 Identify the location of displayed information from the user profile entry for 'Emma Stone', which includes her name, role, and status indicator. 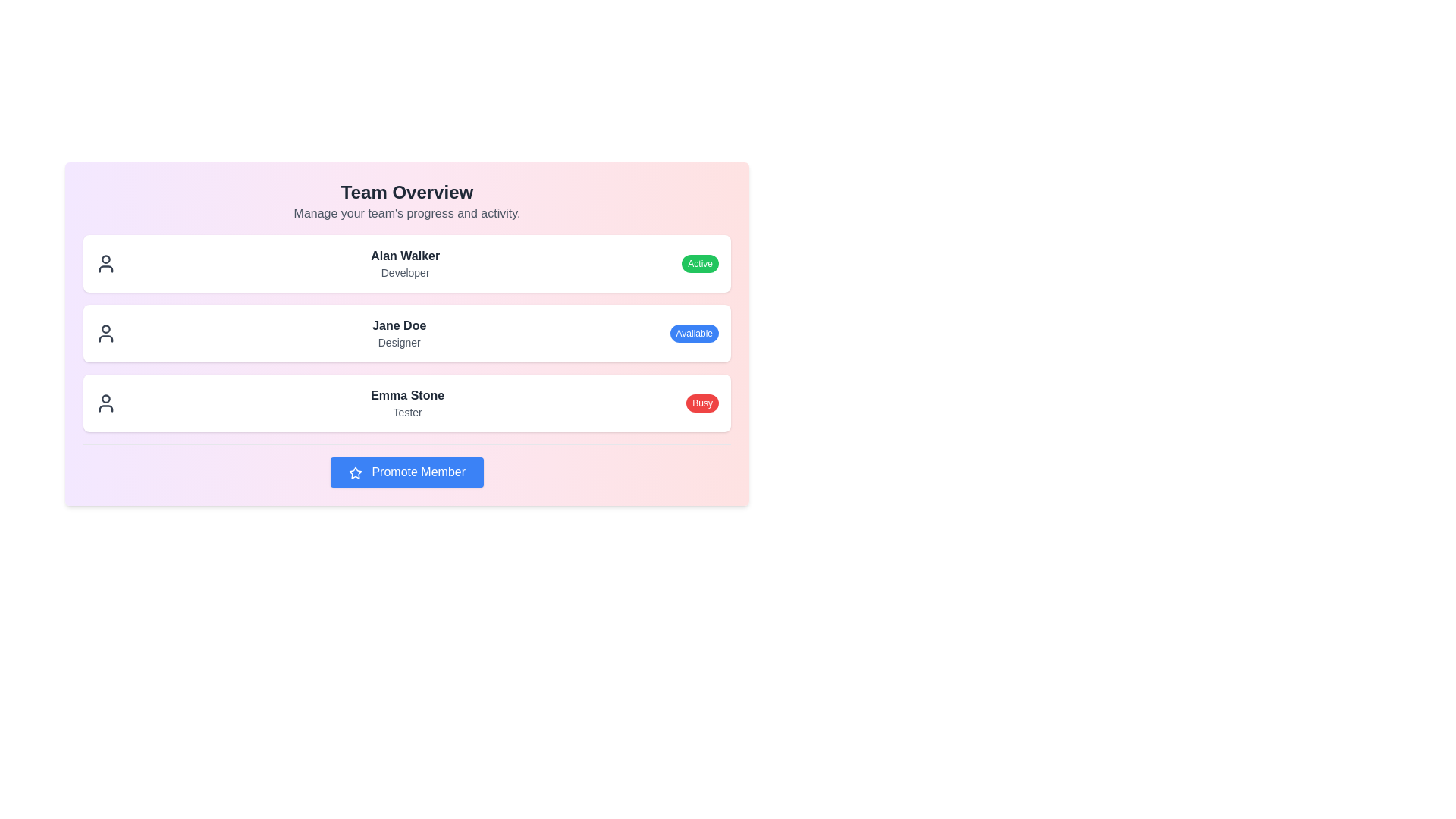
(407, 403).